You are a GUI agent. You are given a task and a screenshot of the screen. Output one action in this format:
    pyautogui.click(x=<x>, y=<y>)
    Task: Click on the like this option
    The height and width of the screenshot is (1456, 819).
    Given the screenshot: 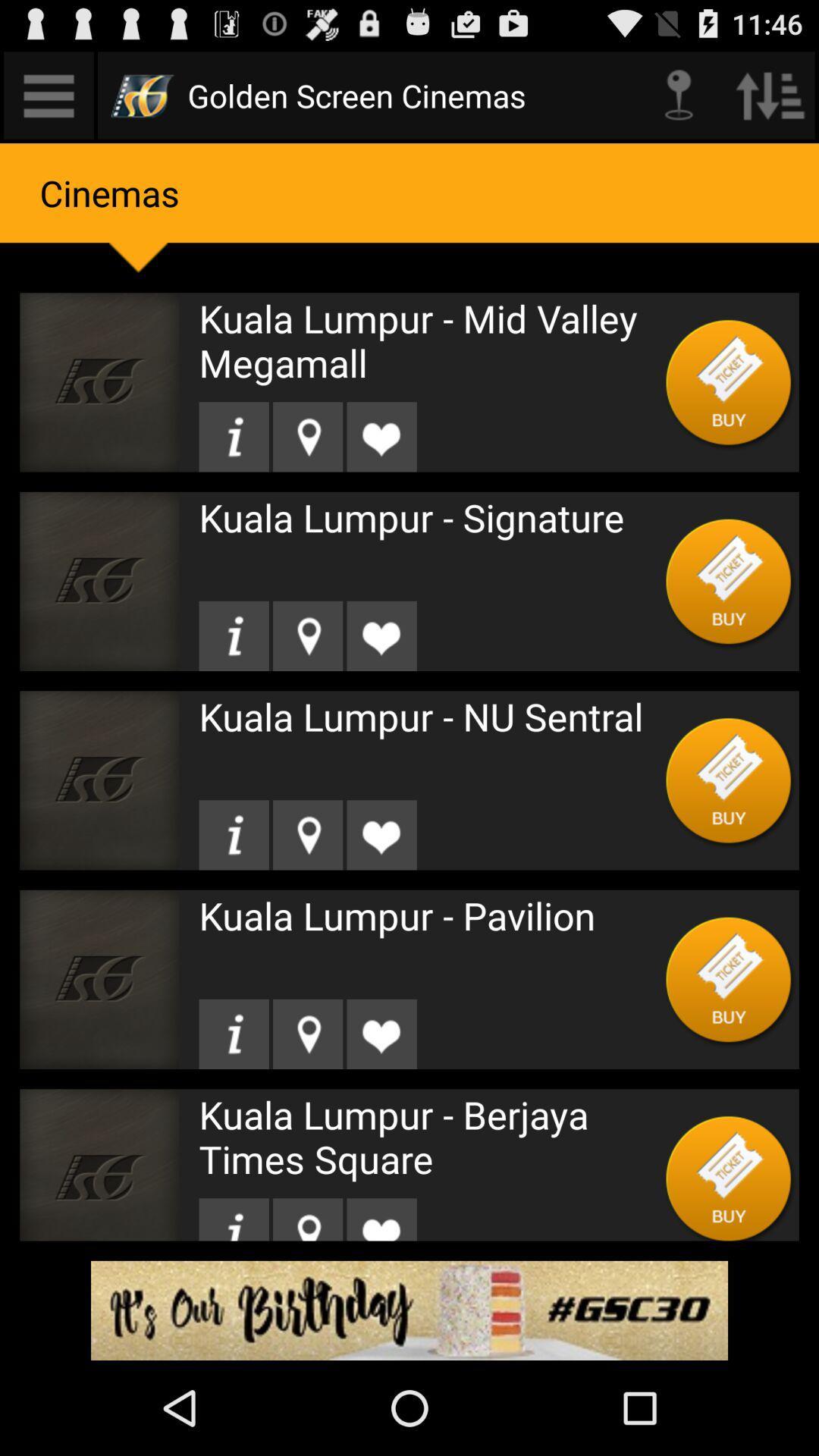 What is the action you would take?
    pyautogui.click(x=381, y=635)
    